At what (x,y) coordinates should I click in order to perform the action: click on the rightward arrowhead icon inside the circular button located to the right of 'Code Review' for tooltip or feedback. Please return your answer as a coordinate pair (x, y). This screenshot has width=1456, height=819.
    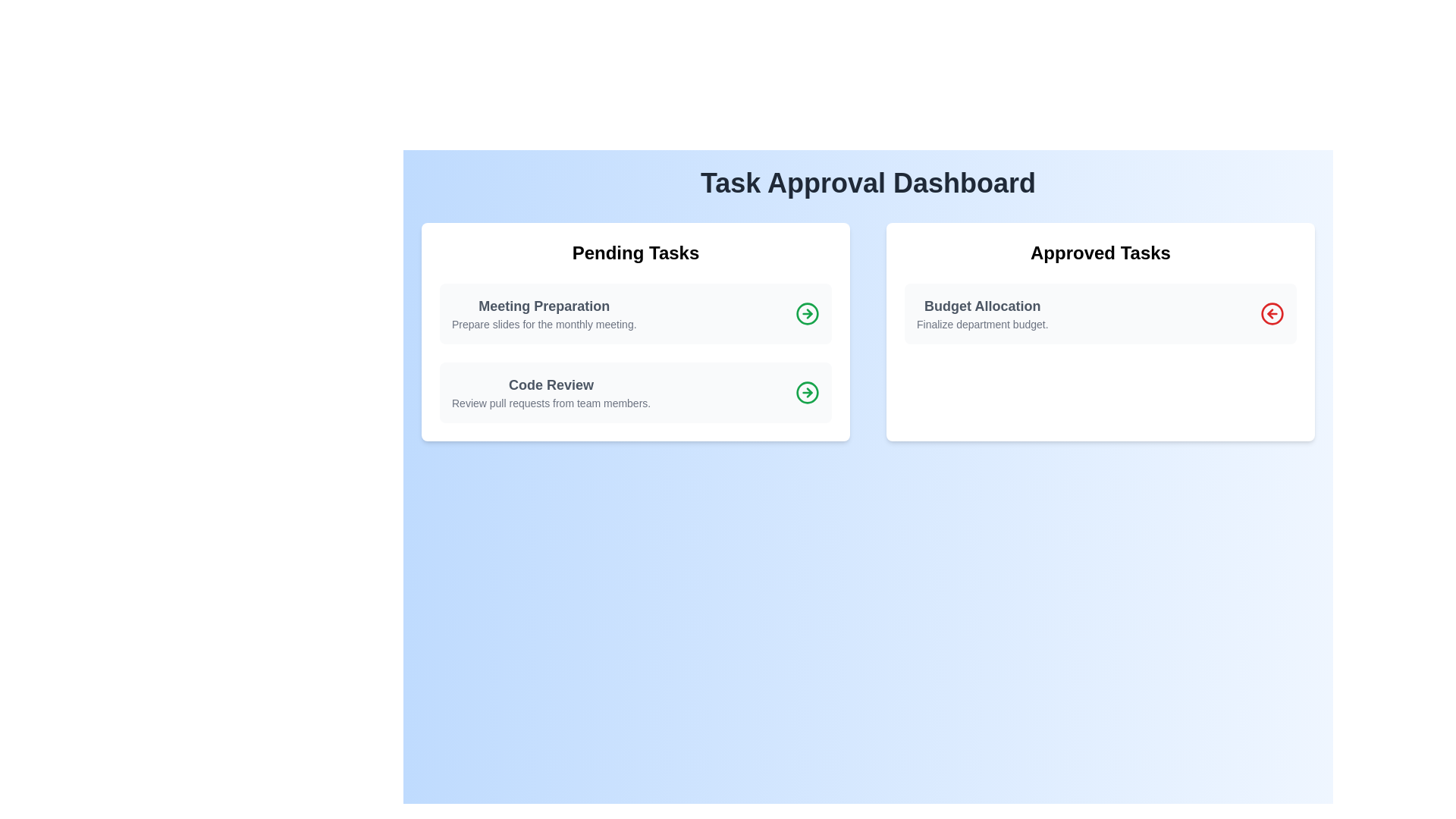
    Looking at the image, I should click on (808, 312).